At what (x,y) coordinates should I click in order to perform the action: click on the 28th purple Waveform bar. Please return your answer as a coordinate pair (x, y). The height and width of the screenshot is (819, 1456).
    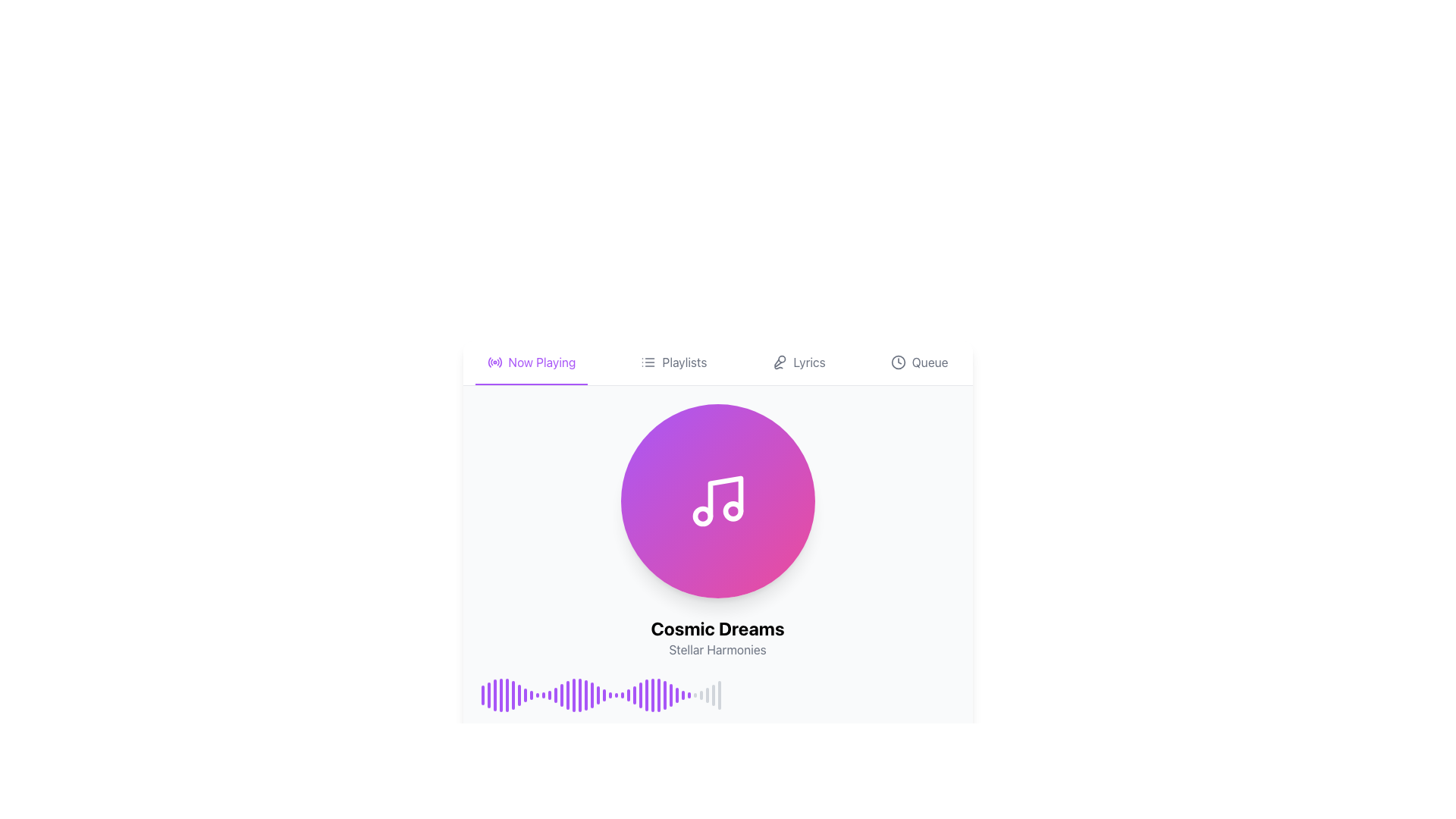
    Looking at the image, I should click on (652, 695).